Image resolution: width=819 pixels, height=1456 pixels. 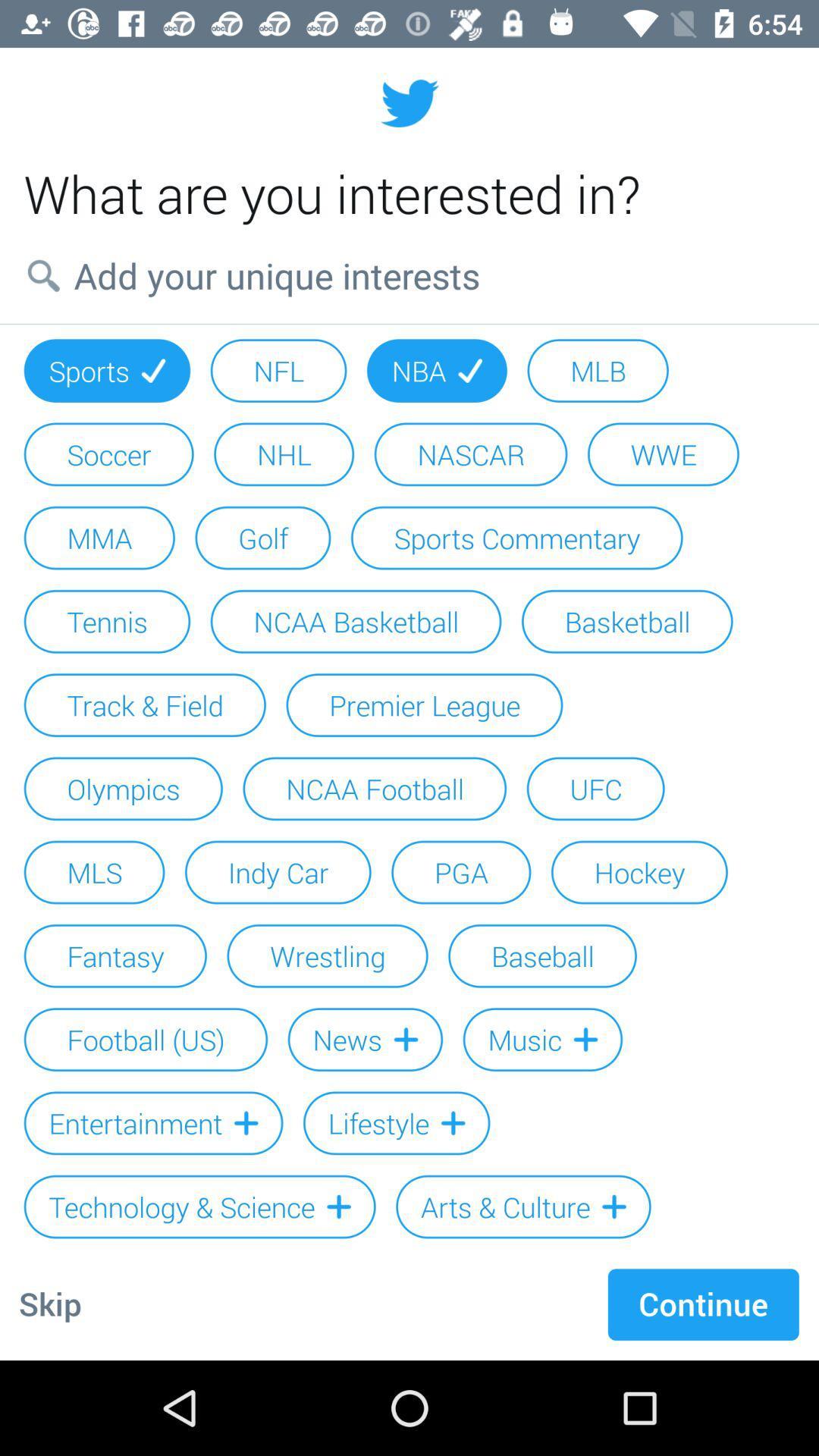 What do you see at coordinates (409, 275) in the screenshot?
I see `search for your interests` at bounding box center [409, 275].